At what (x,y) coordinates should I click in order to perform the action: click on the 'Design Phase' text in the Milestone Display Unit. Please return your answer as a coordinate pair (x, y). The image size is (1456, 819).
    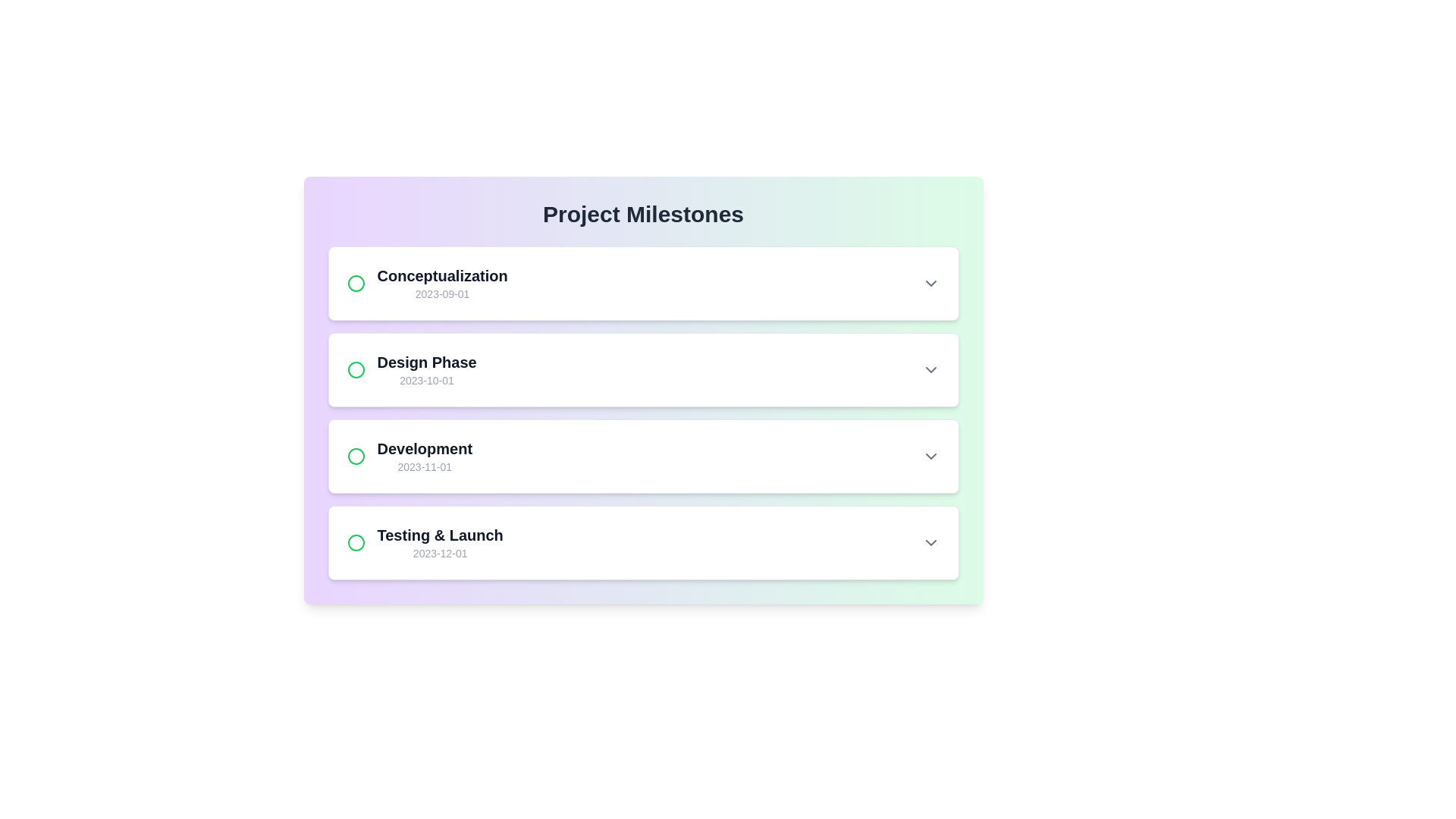
    Looking at the image, I should click on (412, 370).